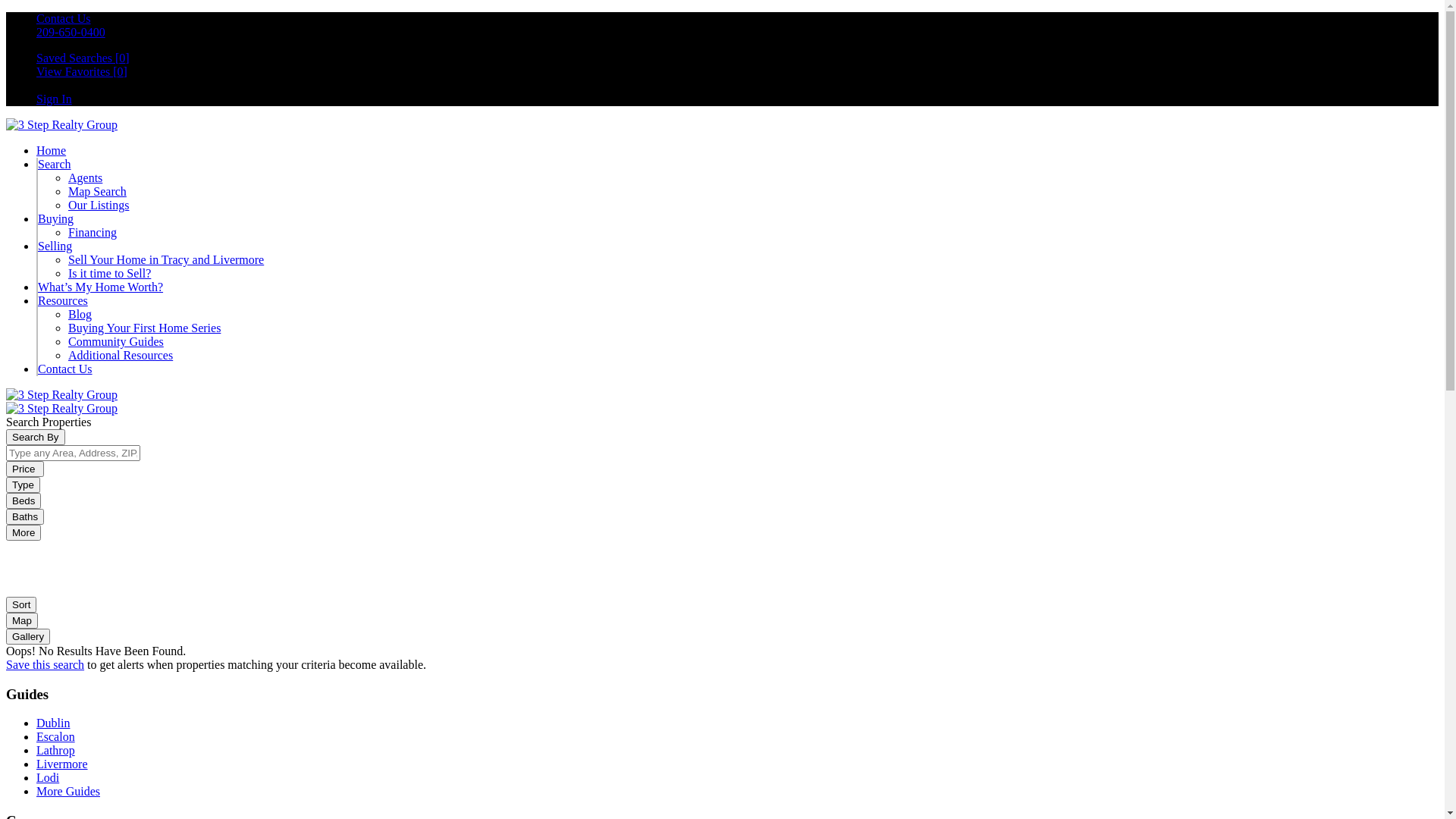 The image size is (1456, 819). What do you see at coordinates (80, 71) in the screenshot?
I see `'View Favorites [0]'` at bounding box center [80, 71].